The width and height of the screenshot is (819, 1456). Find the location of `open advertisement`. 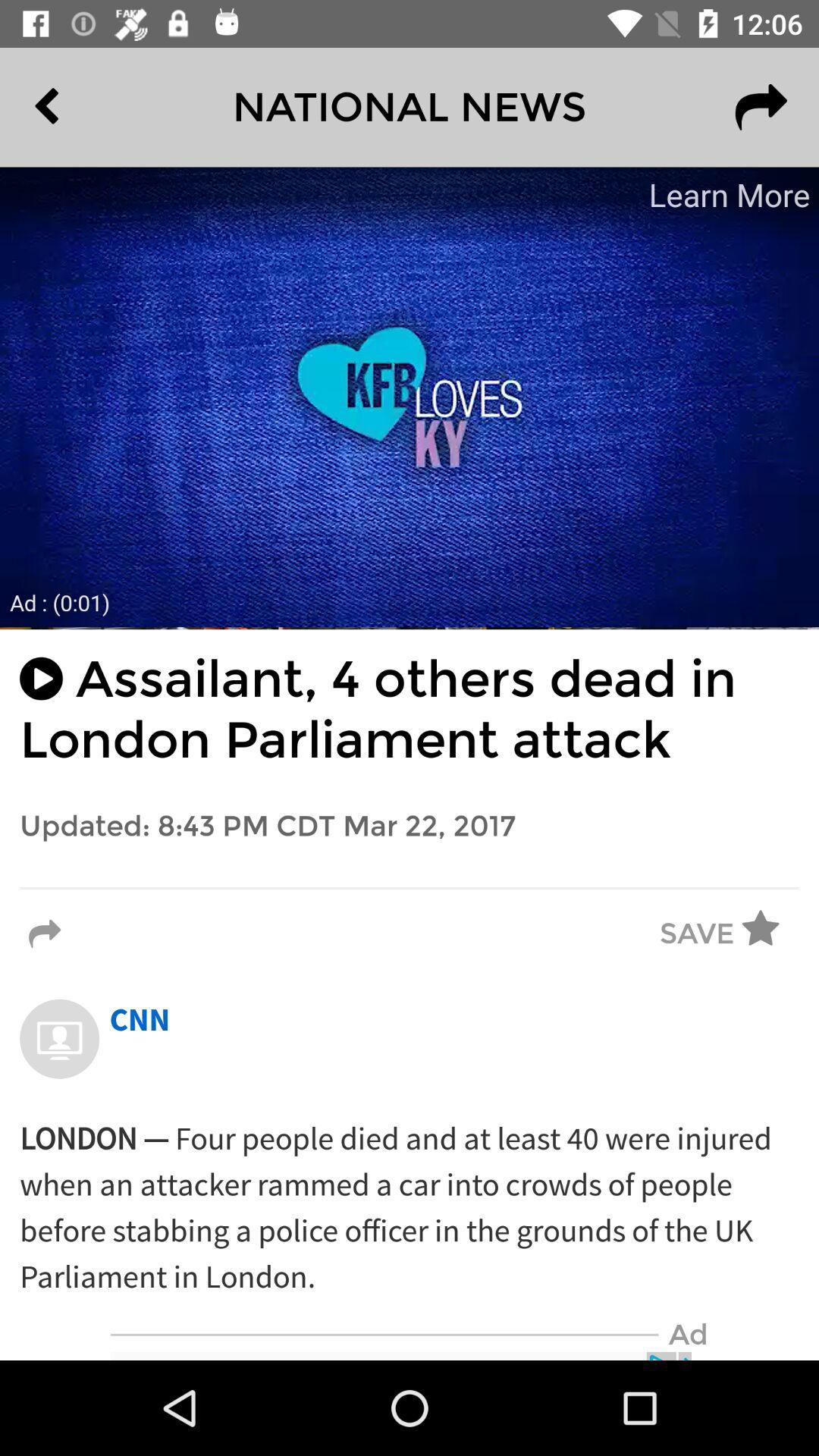

open advertisement is located at coordinates (409, 397).